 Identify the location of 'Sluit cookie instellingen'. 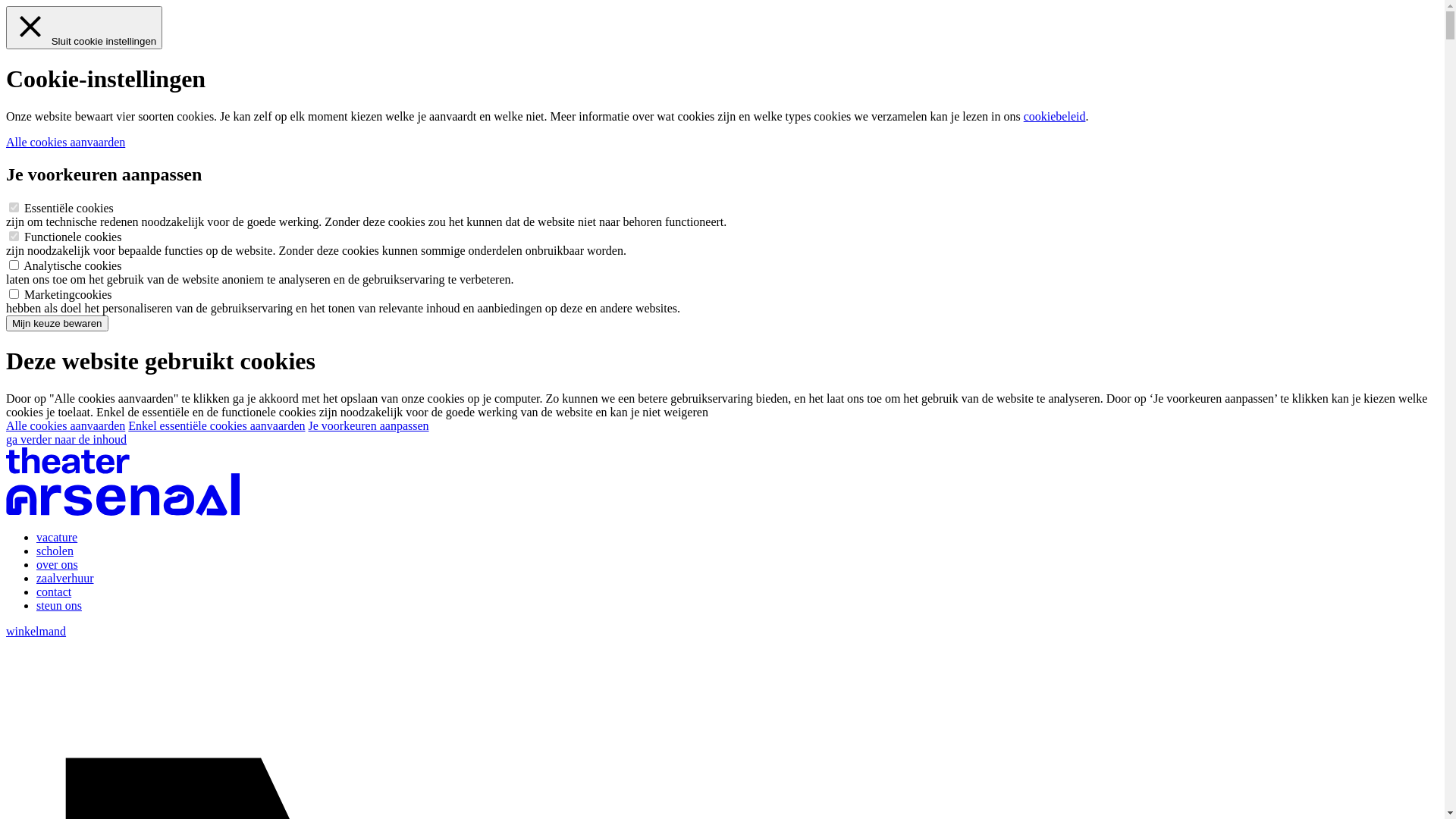
(6, 27).